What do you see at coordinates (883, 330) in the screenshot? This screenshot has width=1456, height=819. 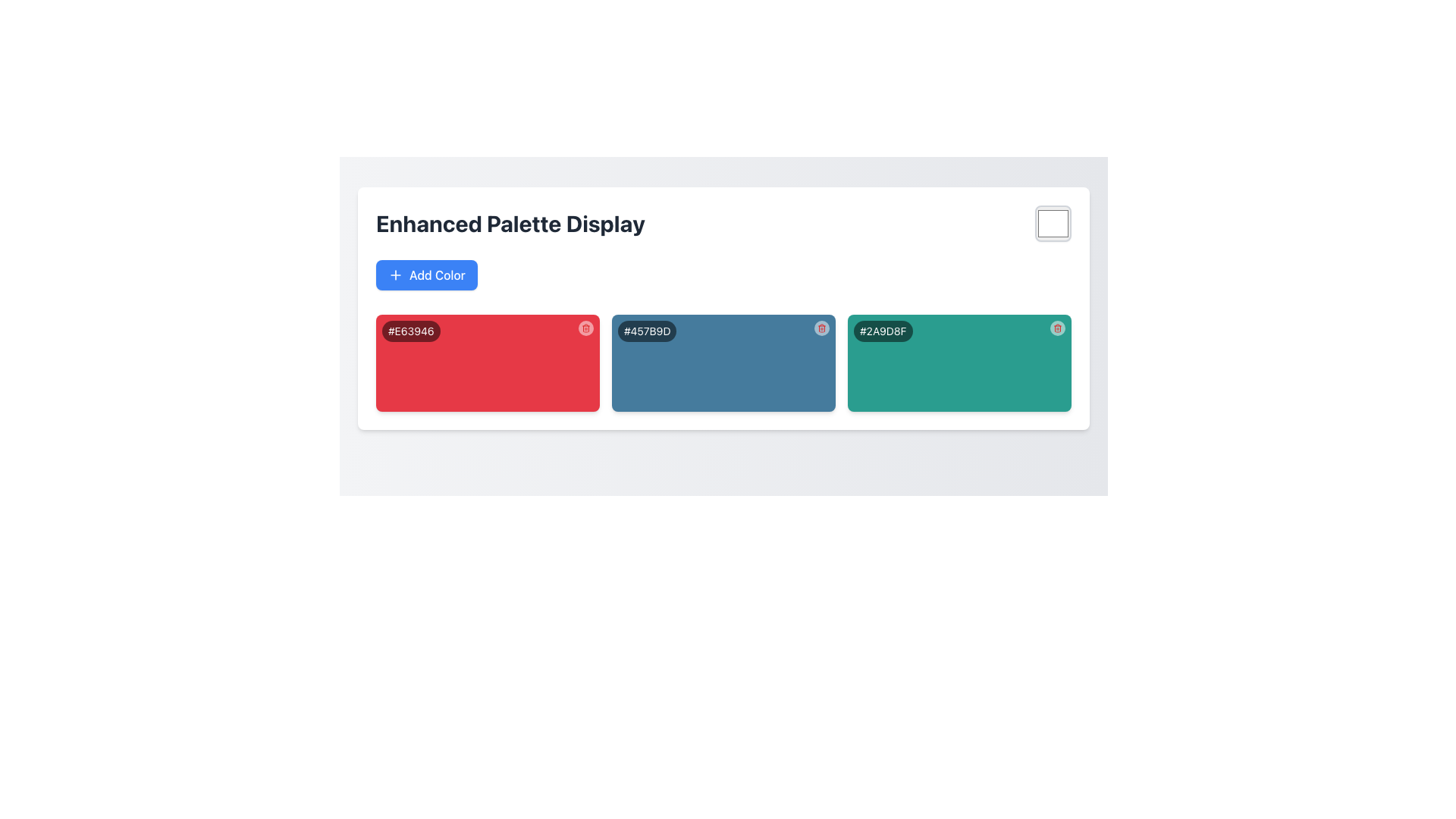 I see `the Label displaying the color code '#2A9D8F' located in the top-left corner of the rightmost card in a row of three cards` at bounding box center [883, 330].